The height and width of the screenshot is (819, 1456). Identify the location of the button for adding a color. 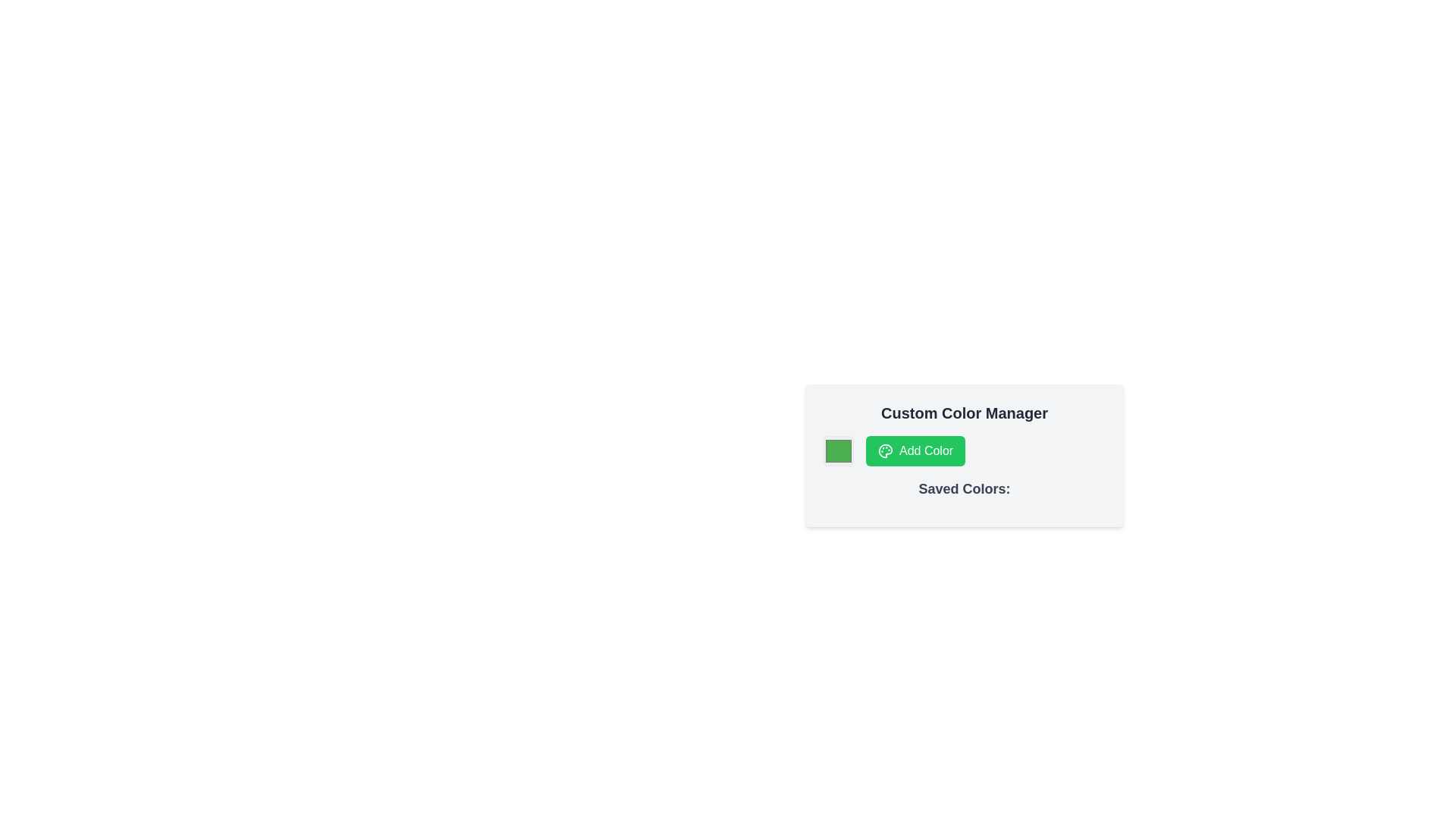
(915, 450).